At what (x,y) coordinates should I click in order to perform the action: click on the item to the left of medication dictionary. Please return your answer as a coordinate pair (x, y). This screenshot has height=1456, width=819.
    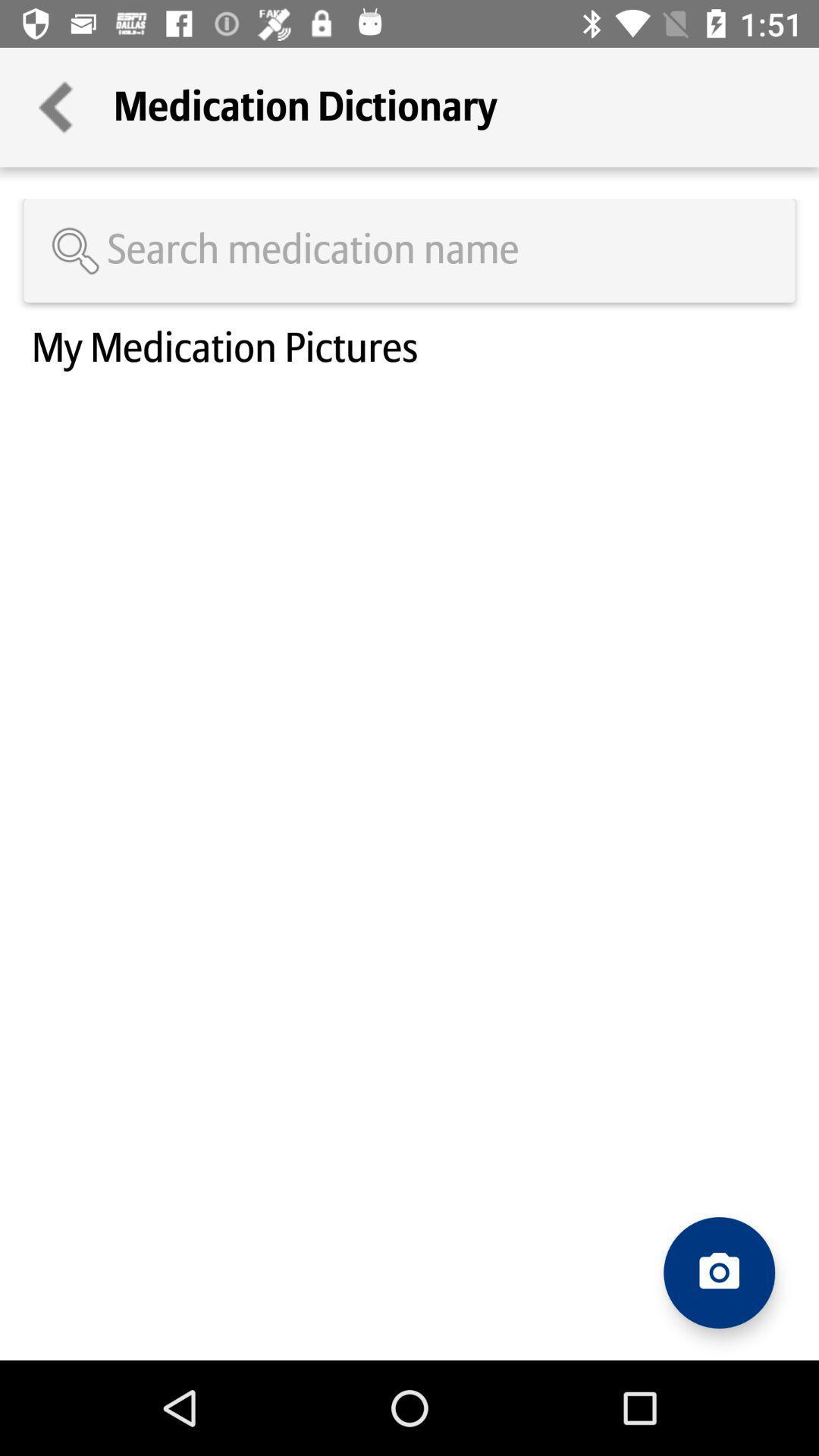
    Looking at the image, I should click on (55, 106).